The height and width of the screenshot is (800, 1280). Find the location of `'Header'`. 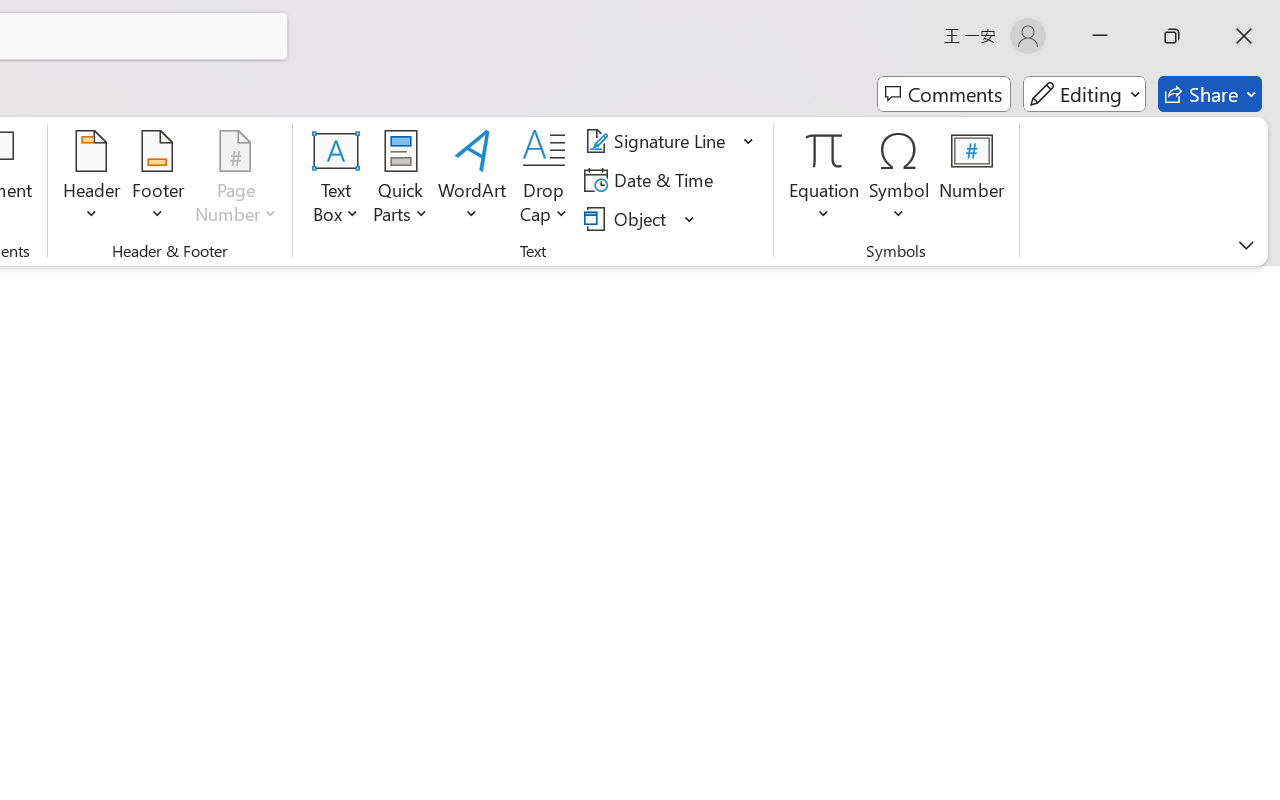

'Header' is located at coordinates (91, 179).